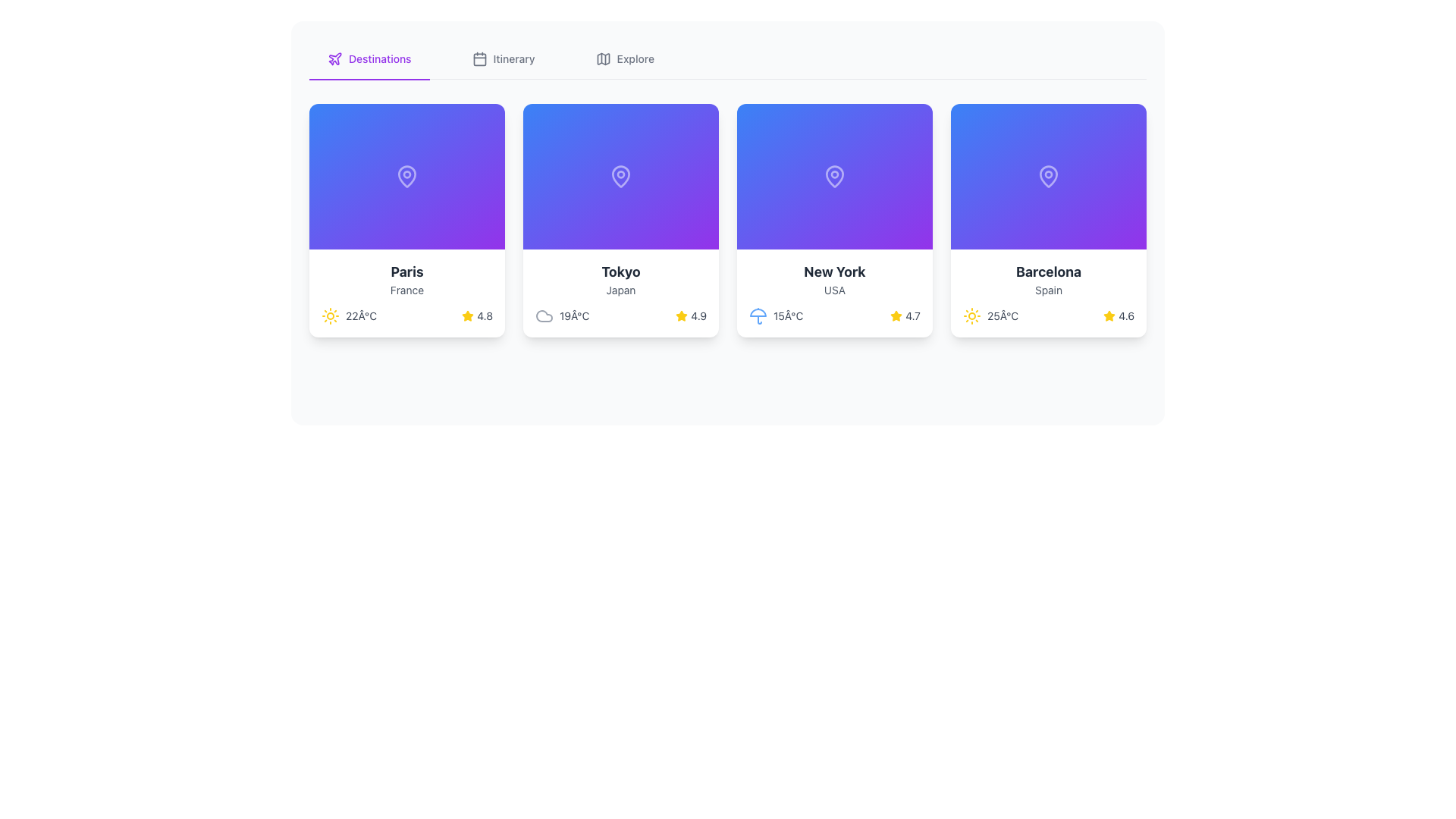  What do you see at coordinates (833, 174) in the screenshot?
I see `the map pin icon representing 'New York, USA' located at the upper portion of the purple card` at bounding box center [833, 174].